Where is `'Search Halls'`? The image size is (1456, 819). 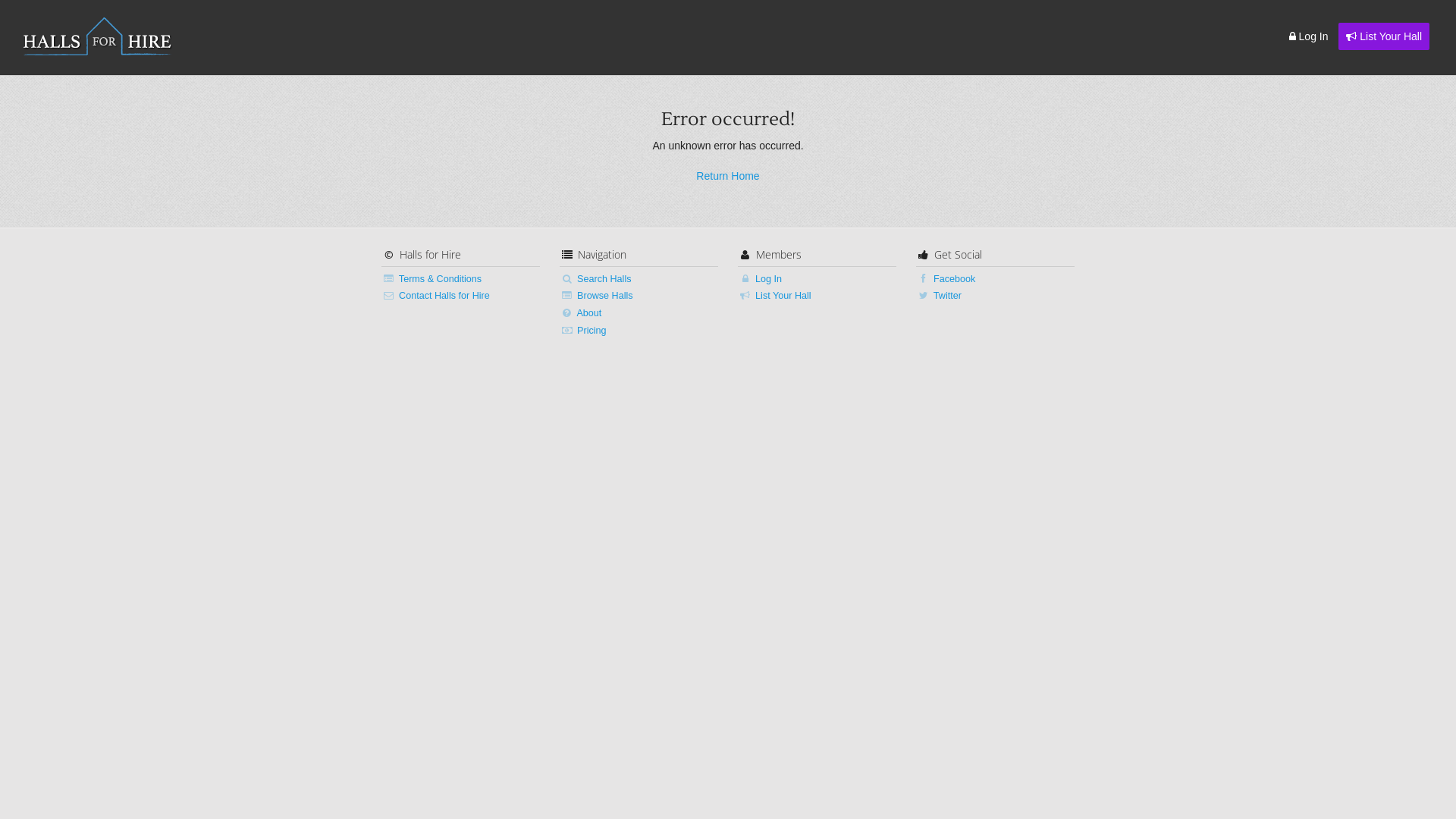 'Search Halls' is located at coordinates (639, 279).